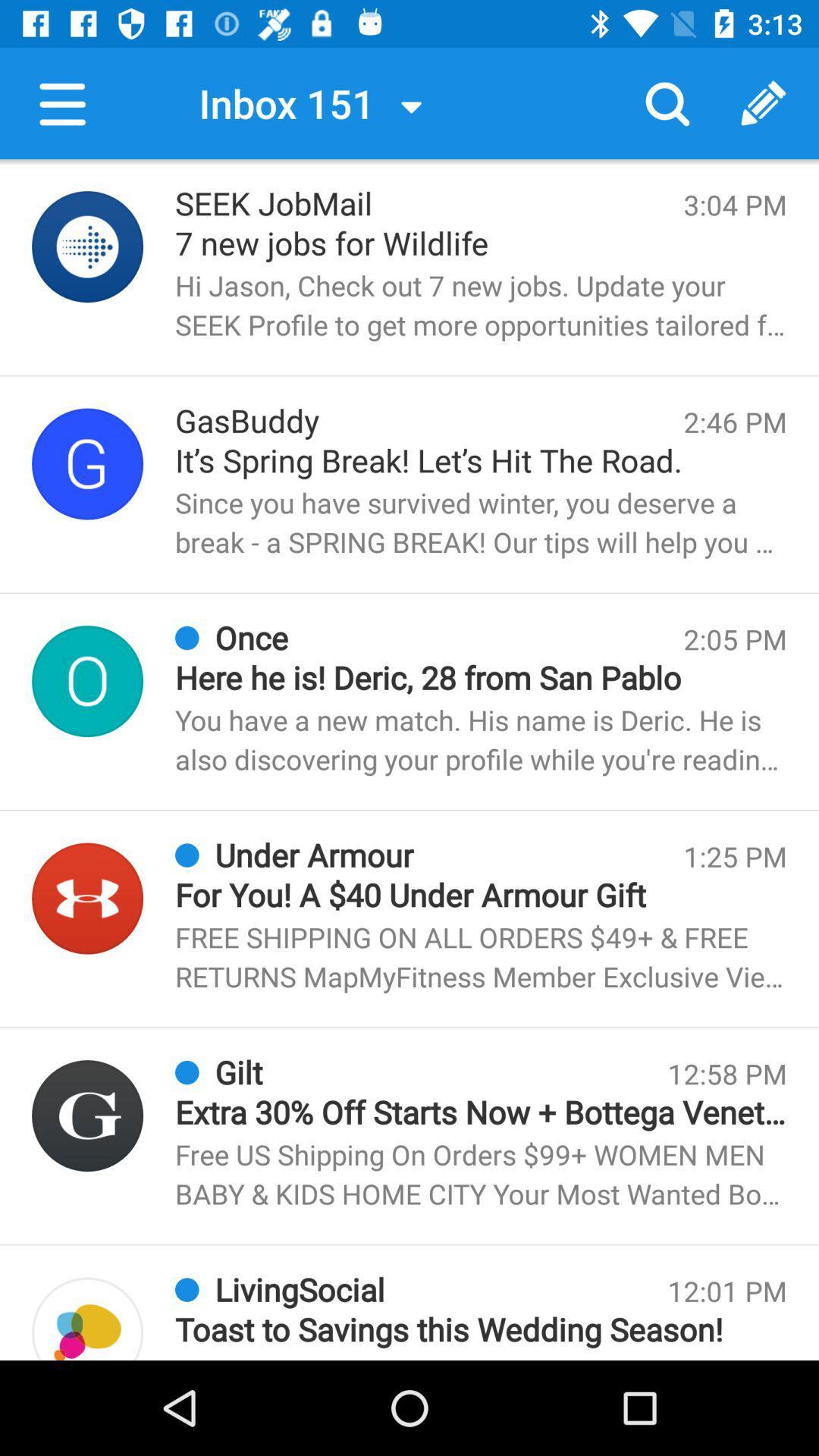  What do you see at coordinates (87, 1116) in the screenshot?
I see `link to gilt` at bounding box center [87, 1116].